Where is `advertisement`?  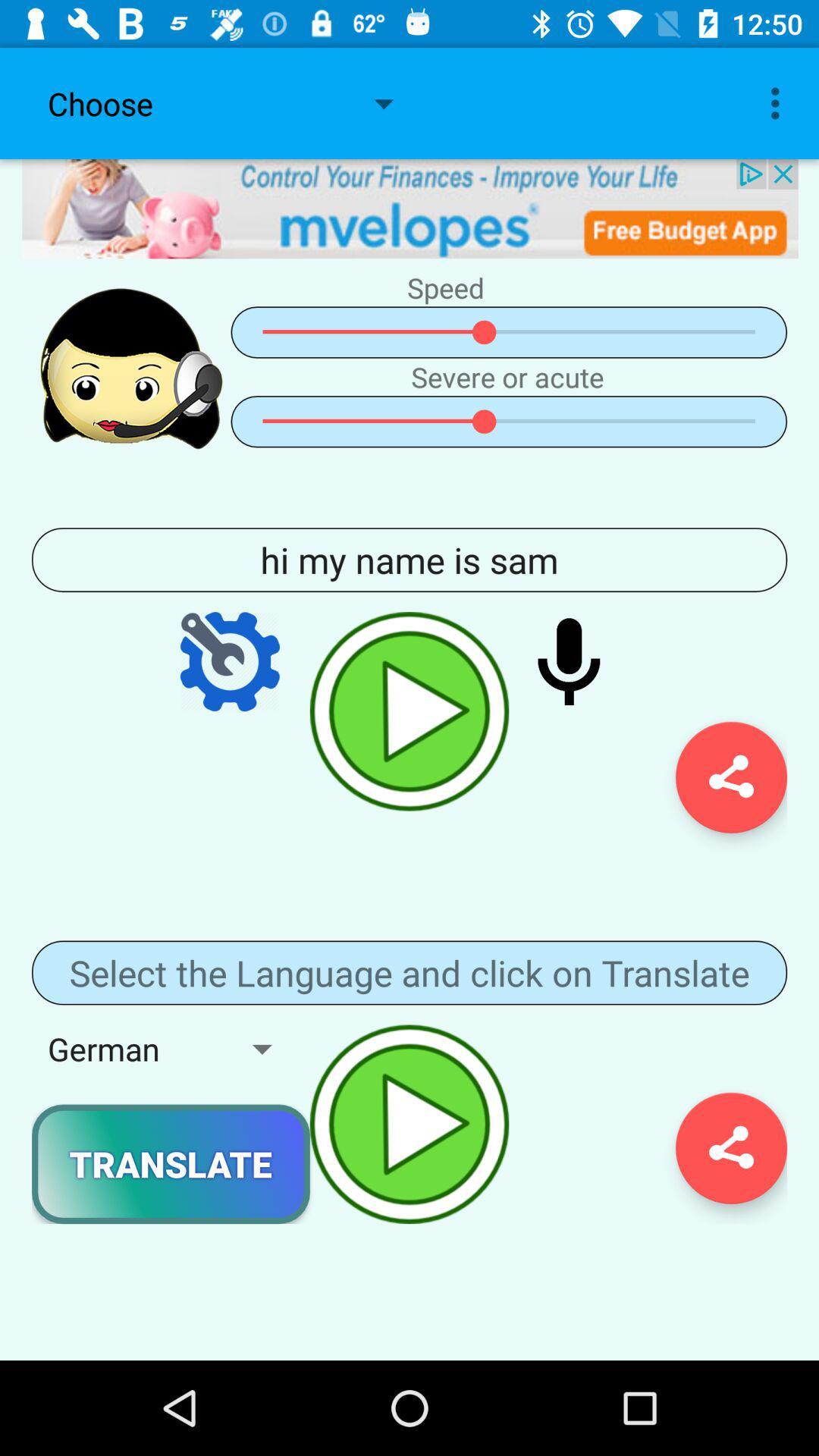 advertisement is located at coordinates (409, 208).